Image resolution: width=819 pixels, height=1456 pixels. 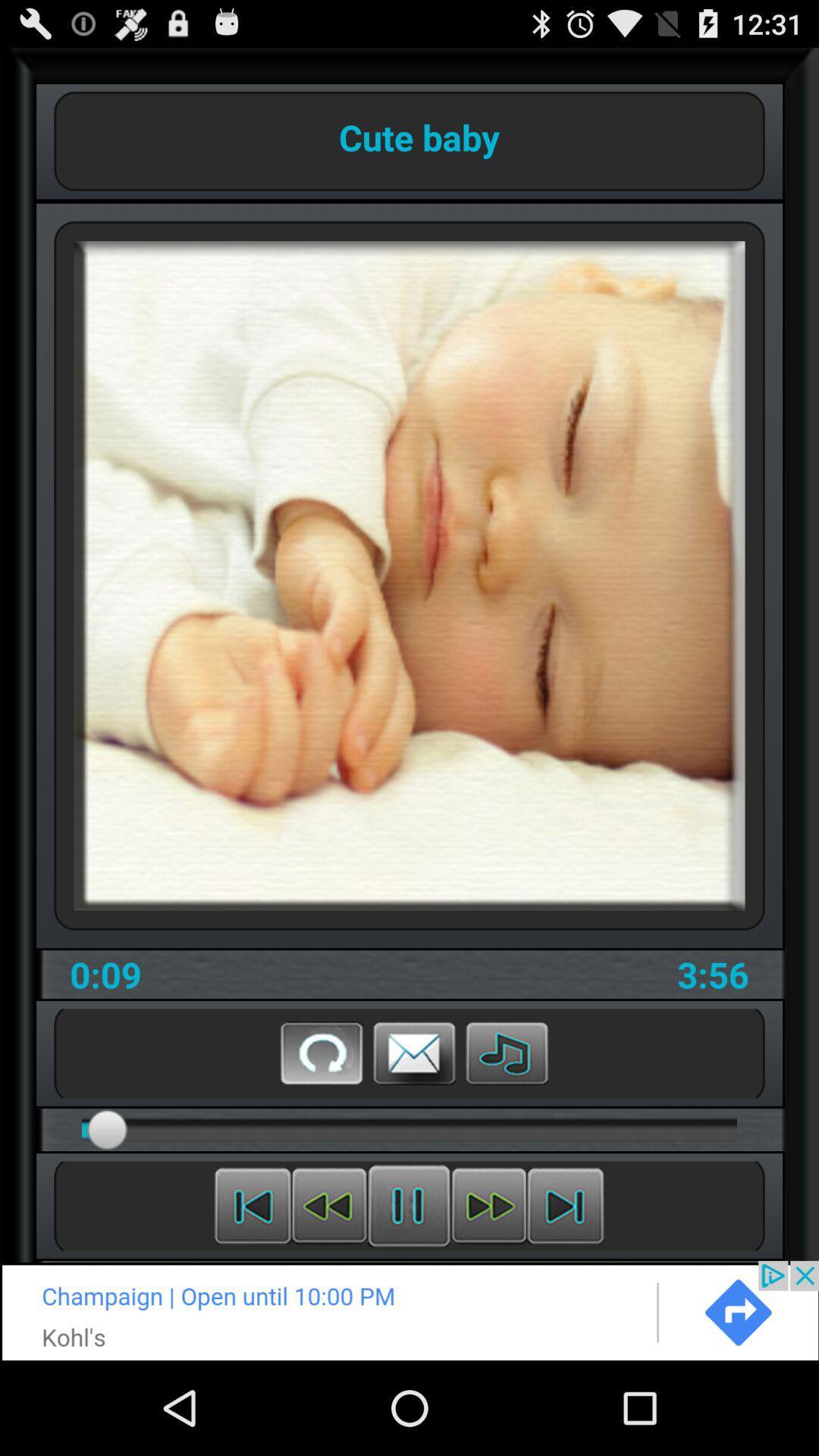 I want to click on the av_rewind icon, so click(x=328, y=1290).